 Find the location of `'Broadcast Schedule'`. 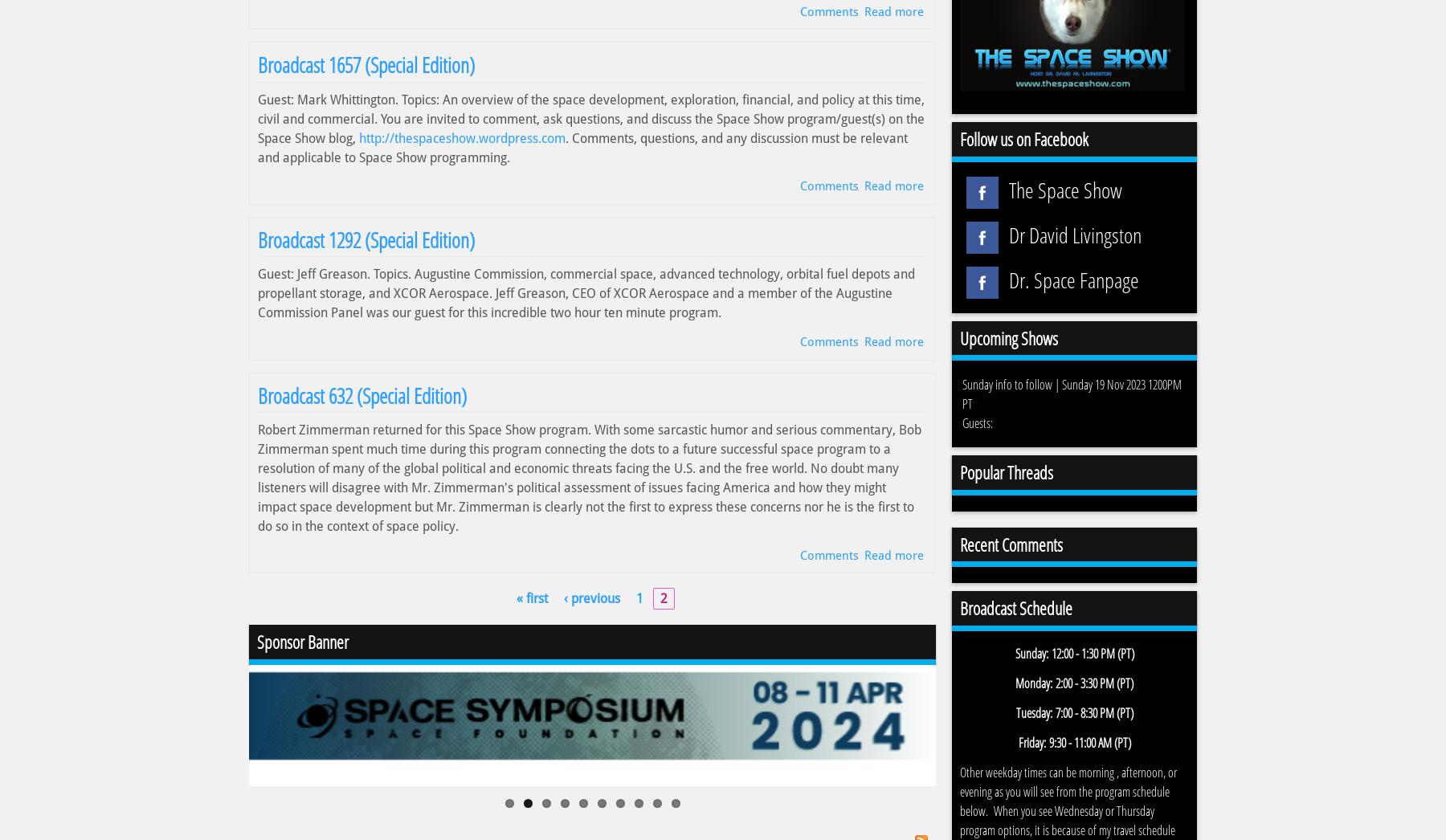

'Broadcast Schedule' is located at coordinates (1016, 607).